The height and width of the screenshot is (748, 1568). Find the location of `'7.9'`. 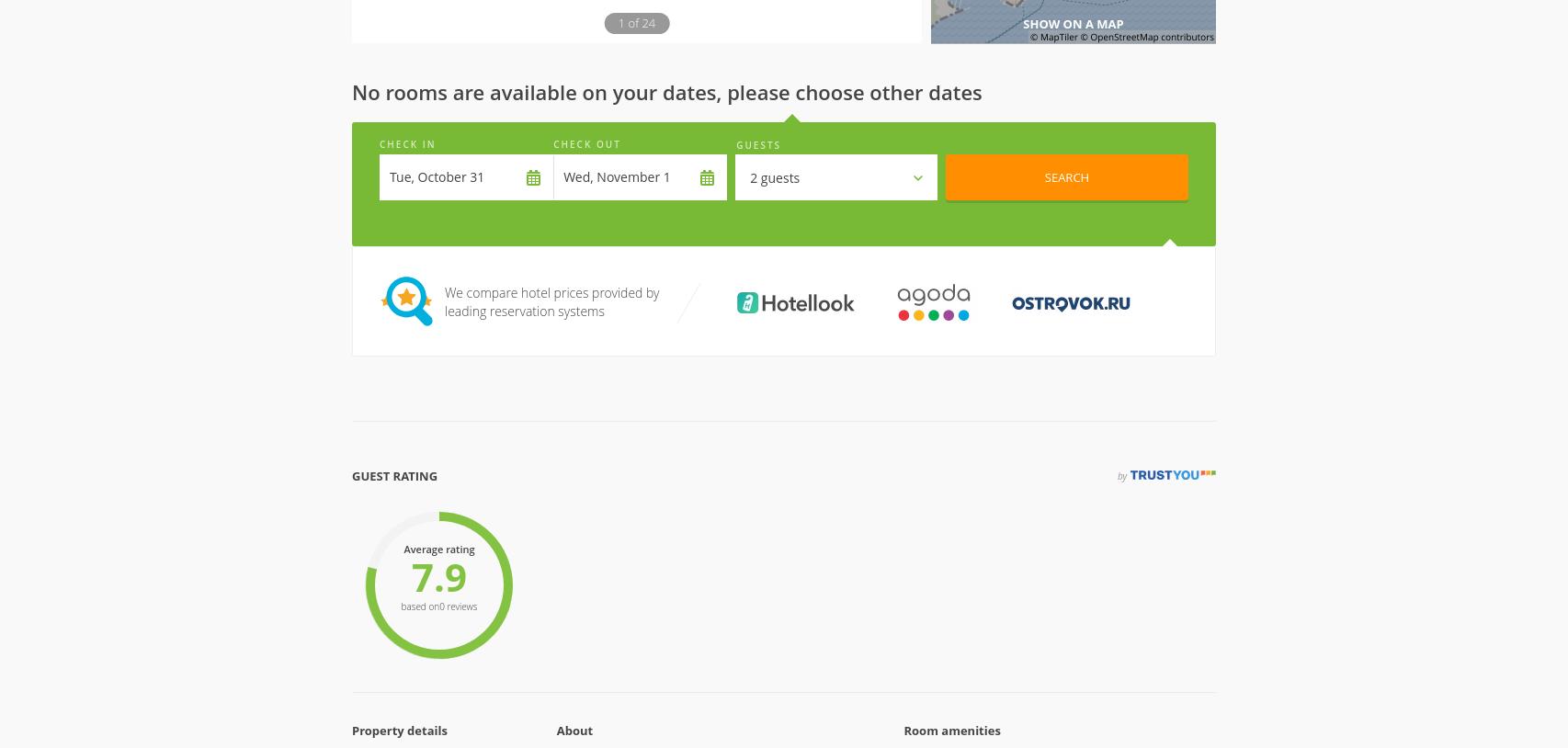

'7.9' is located at coordinates (437, 198).